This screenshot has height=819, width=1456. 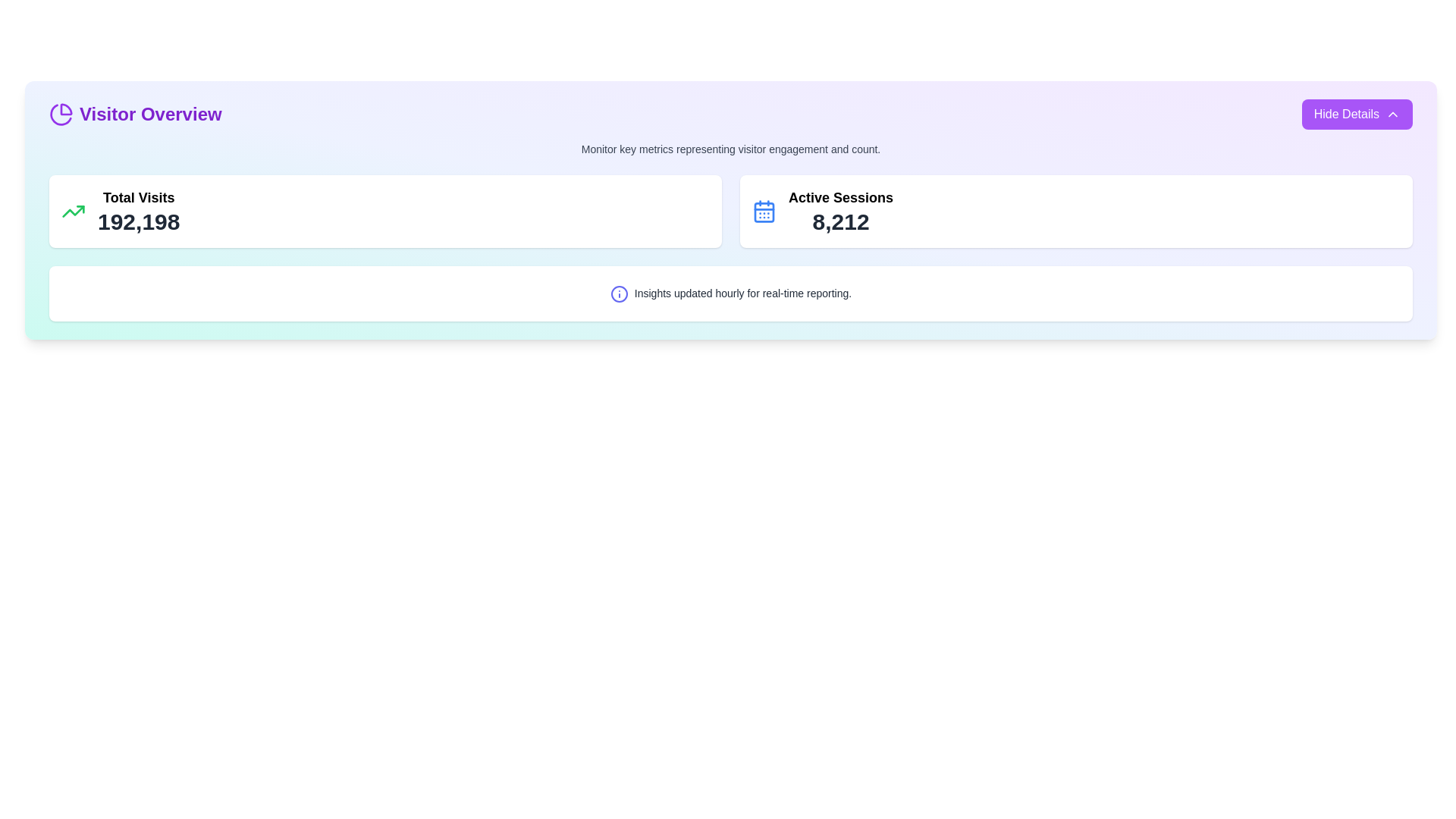 I want to click on the smaller segment of the pie chart icon located on the left side of the 'Visitor Overview' heading, which serves as a decorative part of an SVG graphic for data visualization, so click(x=65, y=108).